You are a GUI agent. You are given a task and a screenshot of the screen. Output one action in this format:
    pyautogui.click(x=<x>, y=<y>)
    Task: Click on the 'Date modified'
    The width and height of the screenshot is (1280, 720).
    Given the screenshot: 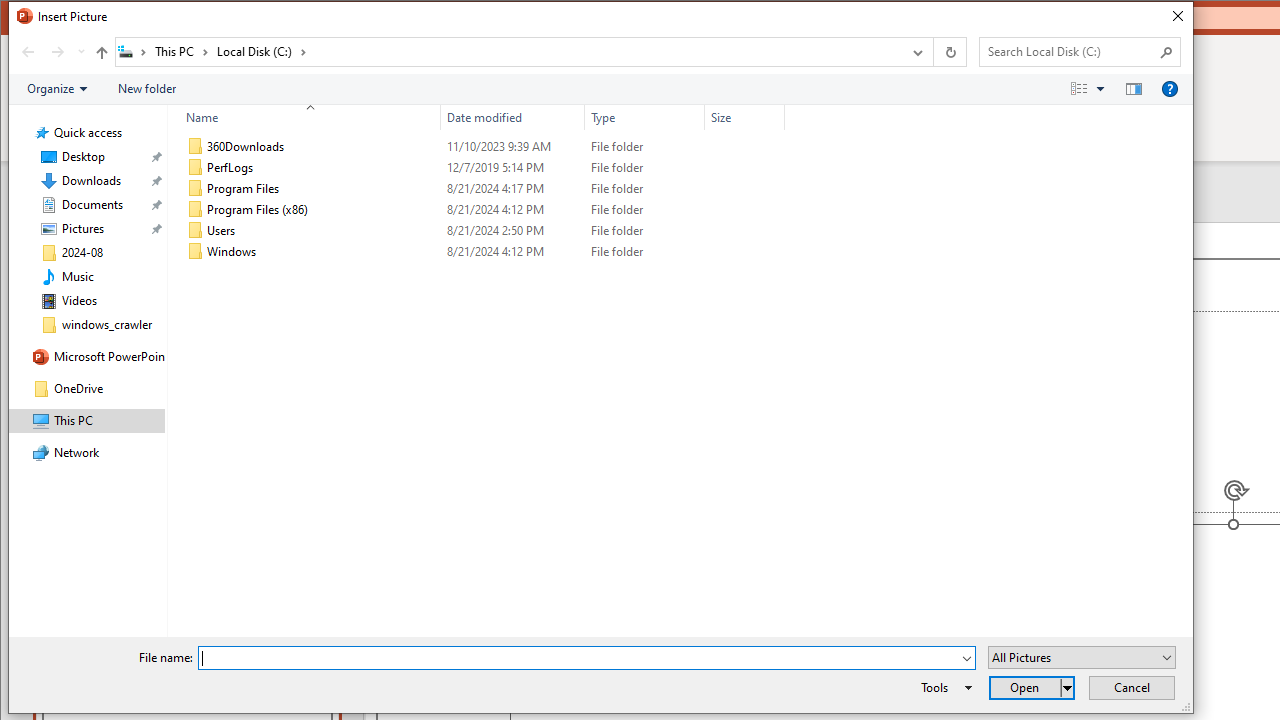 What is the action you would take?
    pyautogui.click(x=513, y=117)
    